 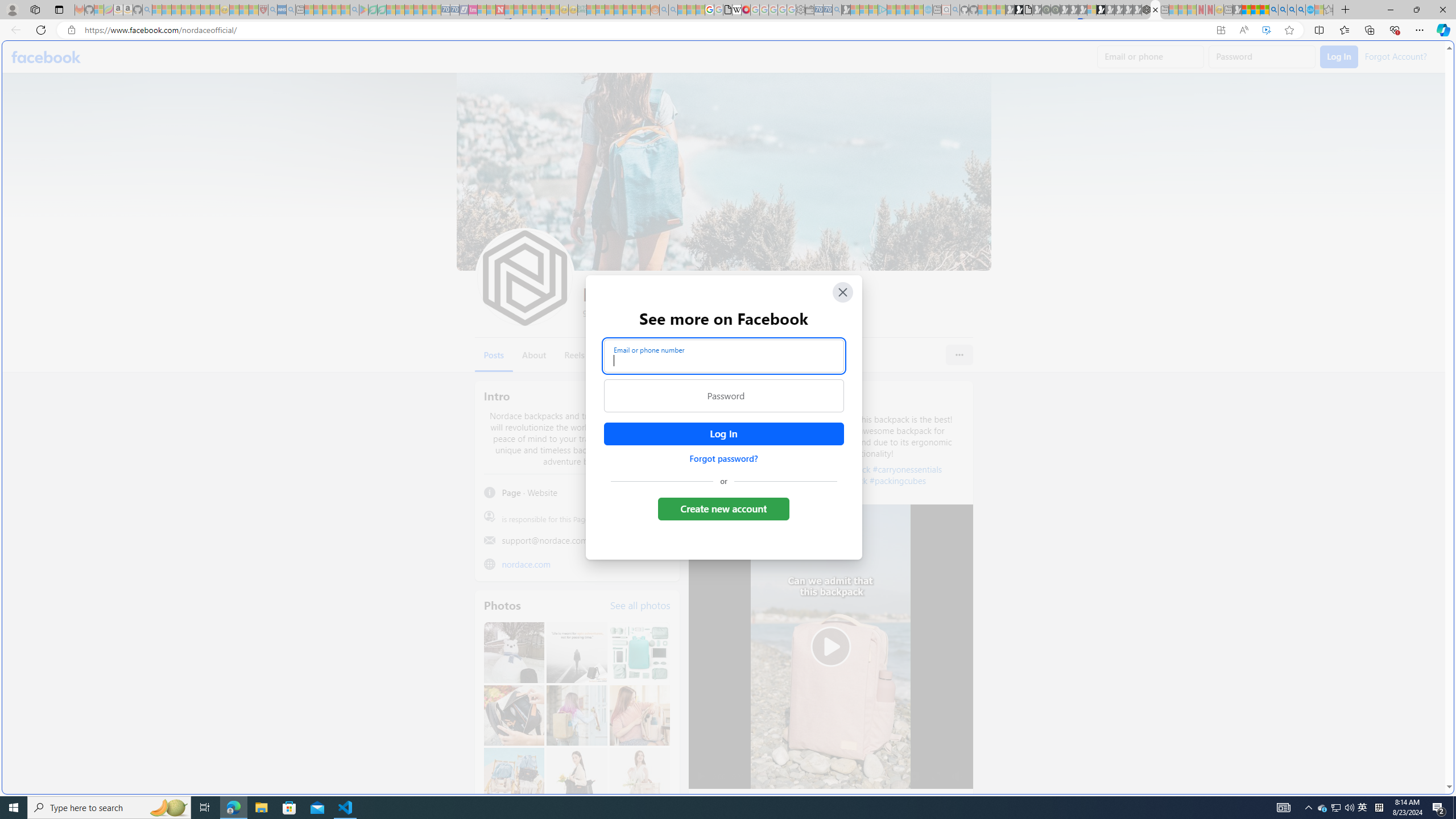 I want to click on 'Forgot password?', so click(x=723, y=458).